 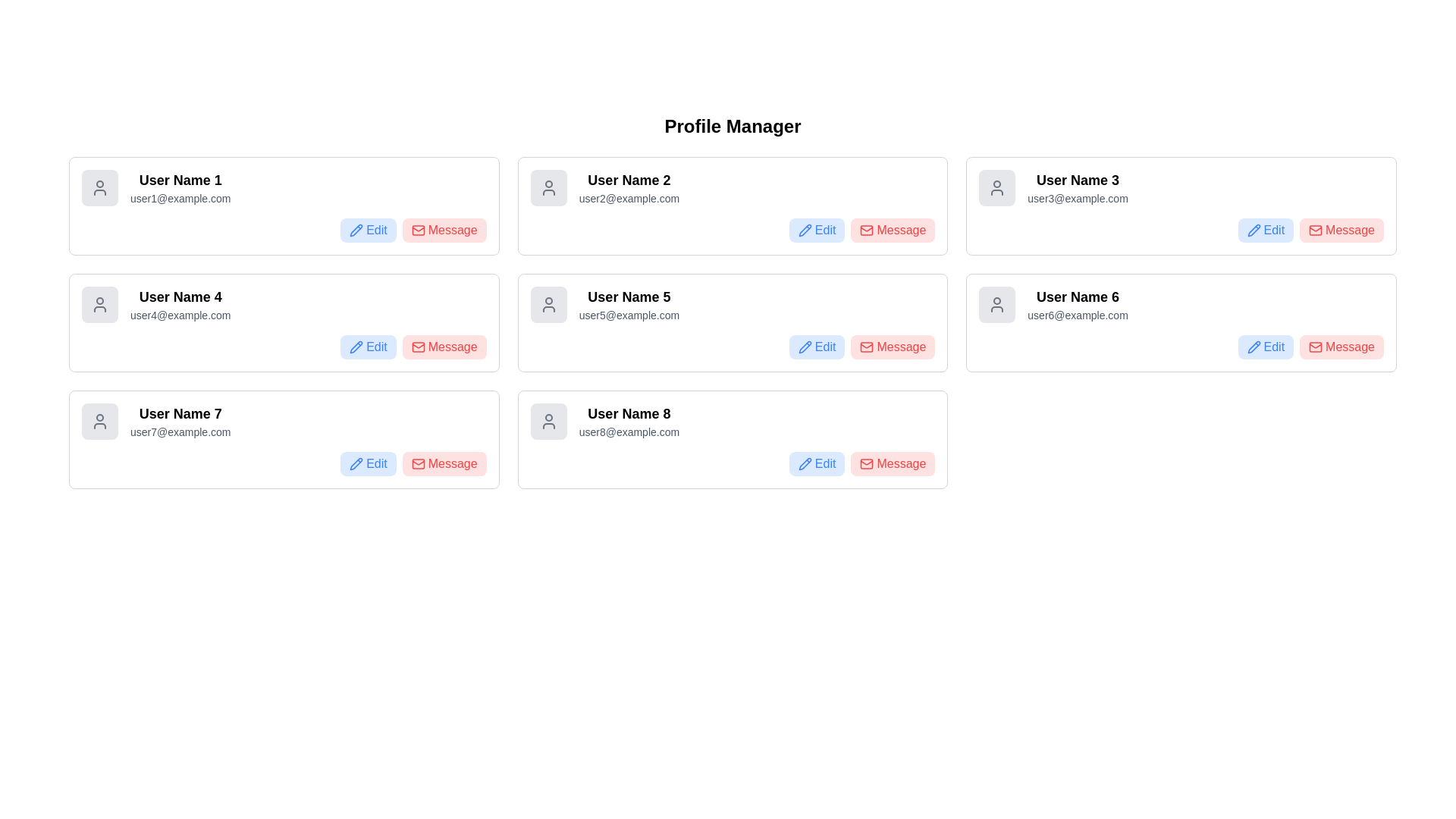 What do you see at coordinates (893, 463) in the screenshot?
I see `the red button labeled 'Message' with an envelope icon, located in the lower-right corner of the panel for 'User Name 8'` at bounding box center [893, 463].